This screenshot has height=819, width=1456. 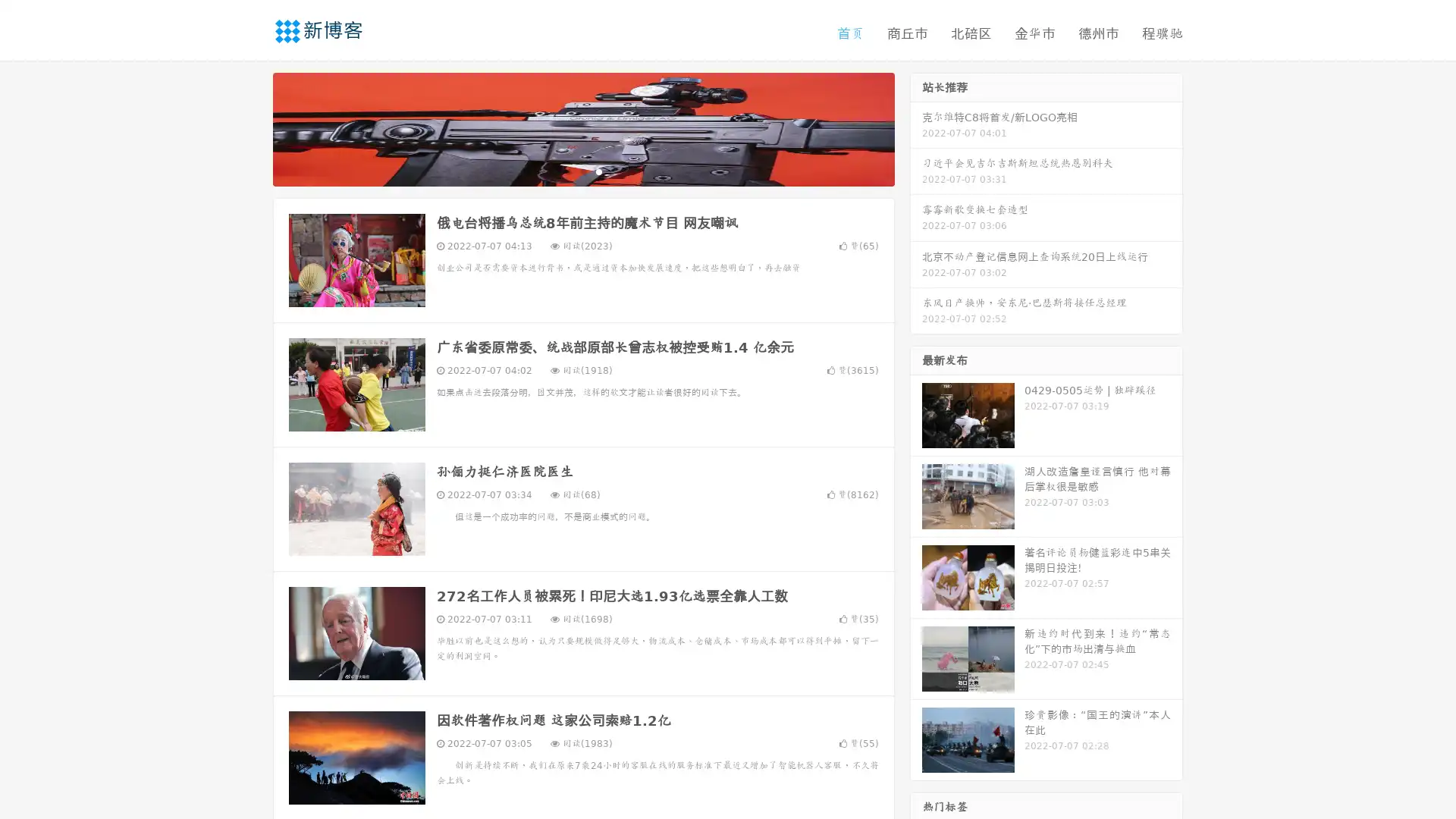 I want to click on Go to slide 2, so click(x=582, y=171).